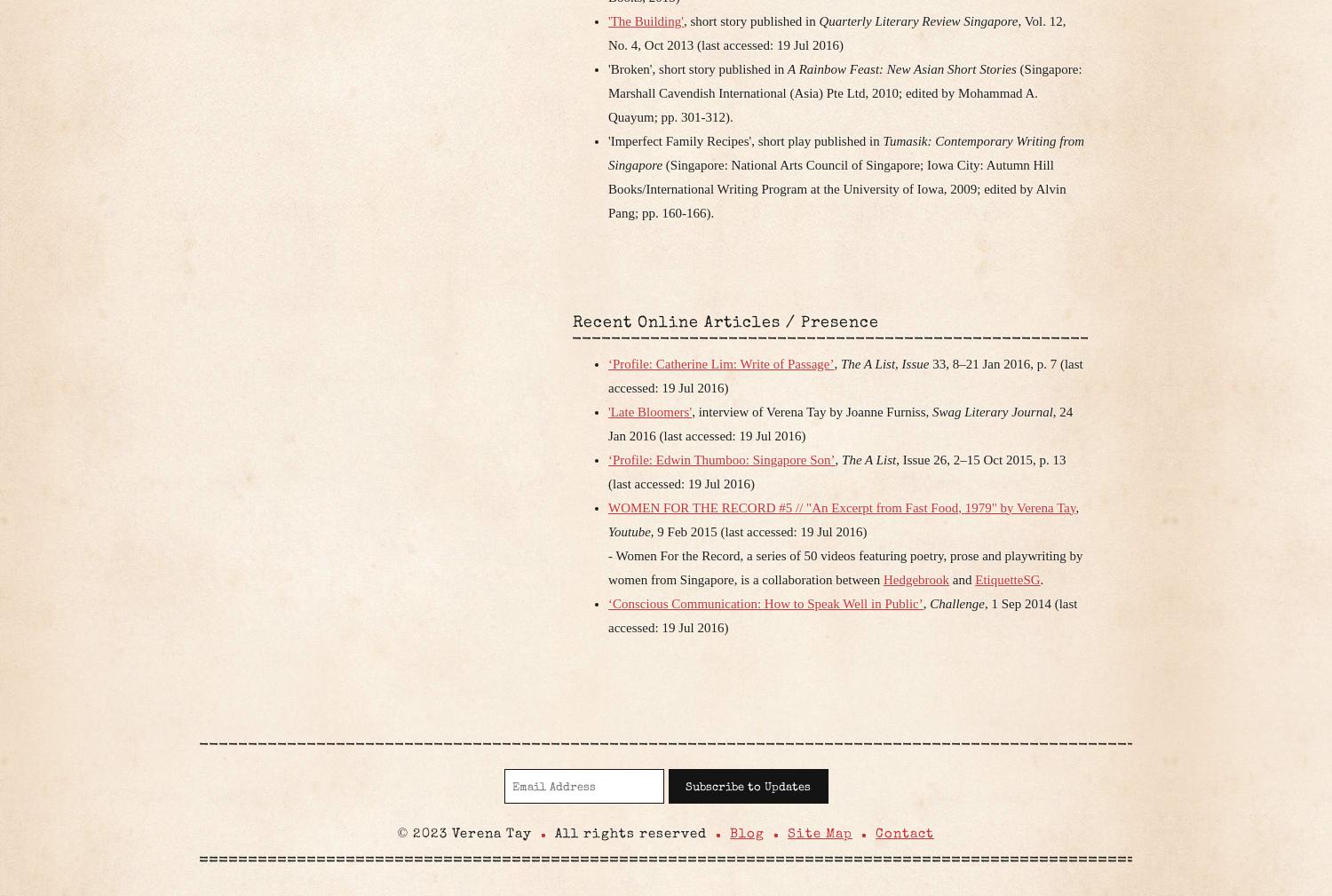 The height and width of the screenshot is (896, 1332). Describe the element at coordinates (749, 20) in the screenshot. I see `', short story published in'` at that location.